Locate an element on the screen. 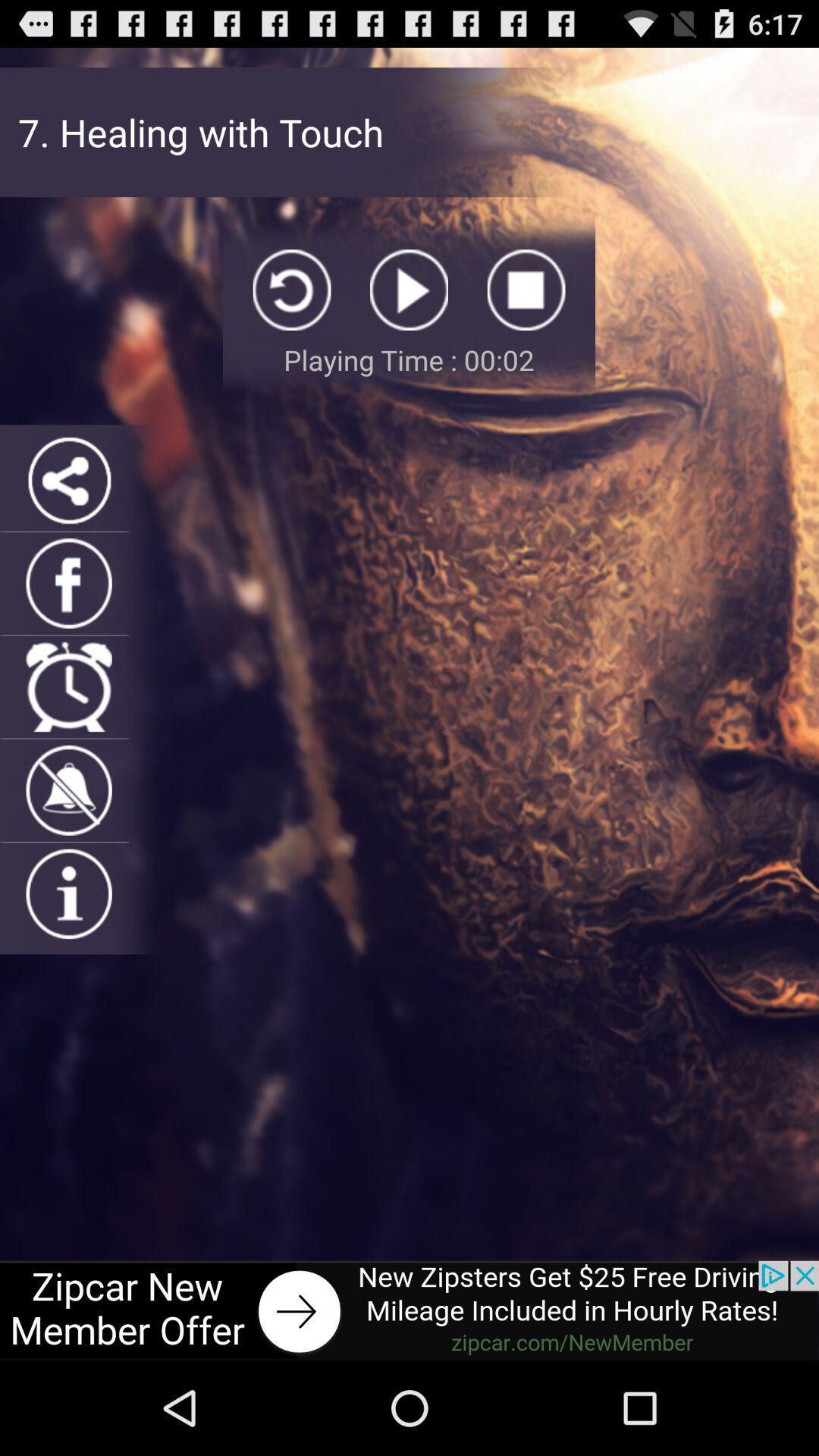 This screenshot has height=1456, width=819. stop option is located at coordinates (526, 290).